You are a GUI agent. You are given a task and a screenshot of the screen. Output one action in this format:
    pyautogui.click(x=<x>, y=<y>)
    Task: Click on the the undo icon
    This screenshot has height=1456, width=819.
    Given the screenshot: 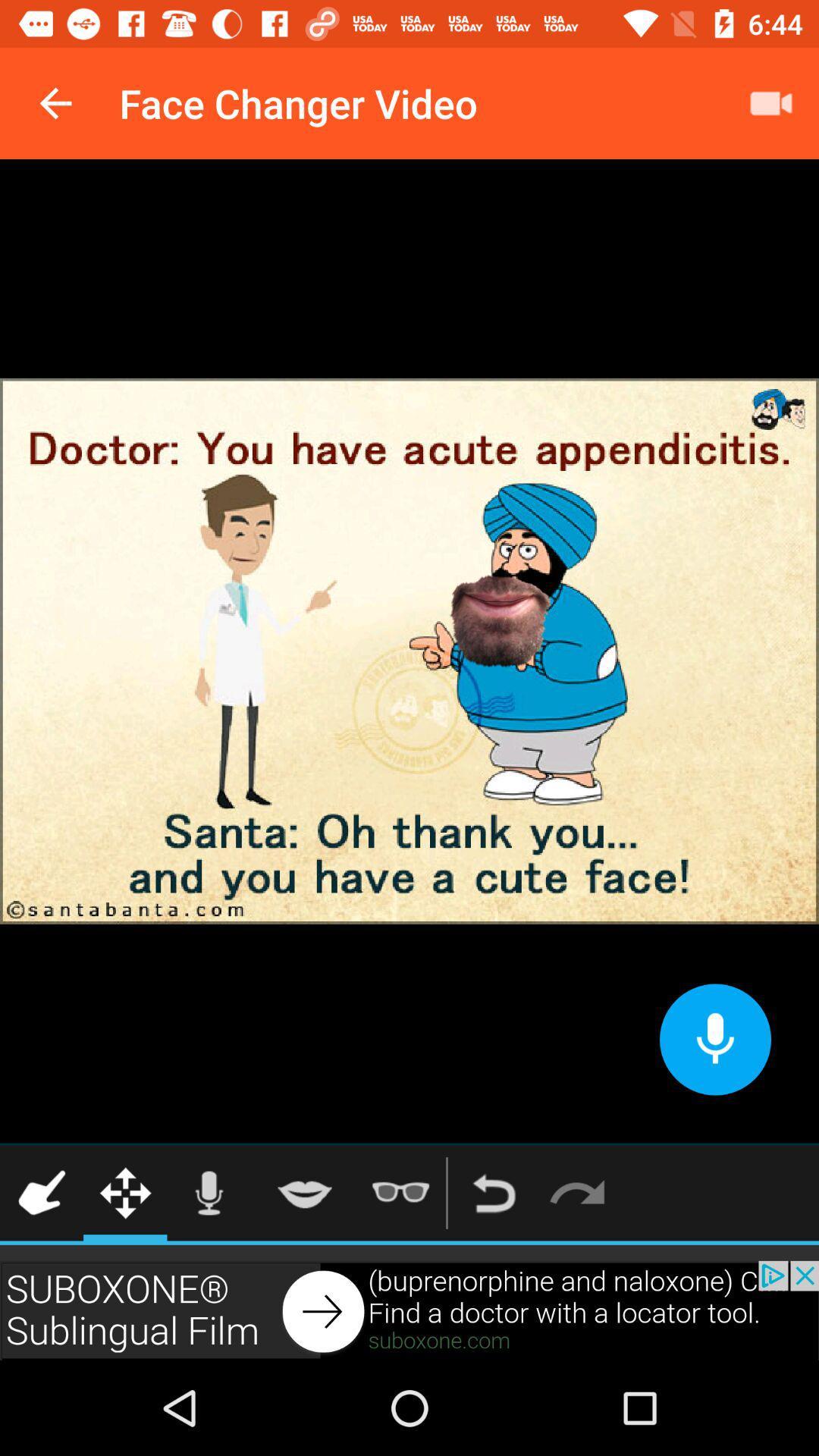 What is the action you would take?
    pyautogui.click(x=494, y=1192)
    